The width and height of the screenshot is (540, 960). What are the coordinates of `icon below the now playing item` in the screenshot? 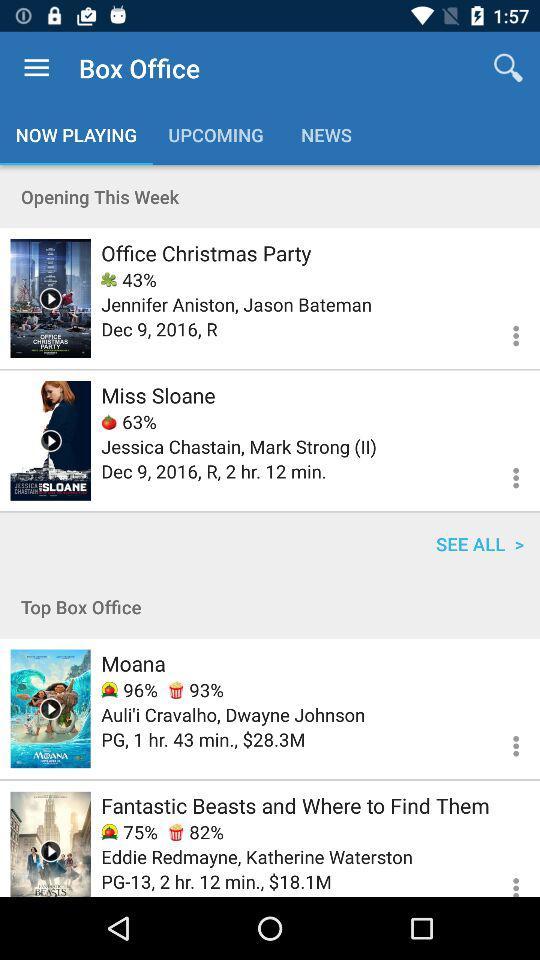 It's located at (270, 196).